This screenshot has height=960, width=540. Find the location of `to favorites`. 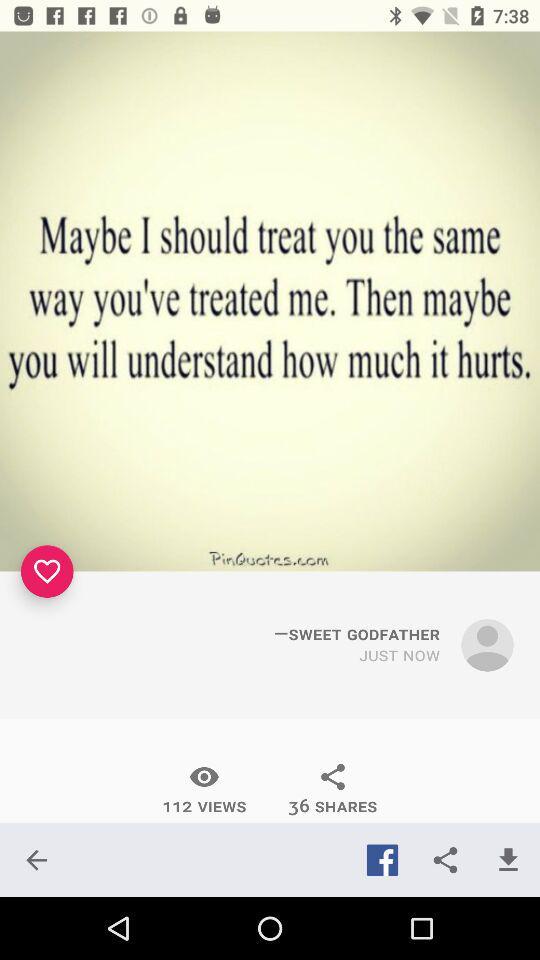

to favorites is located at coordinates (47, 571).